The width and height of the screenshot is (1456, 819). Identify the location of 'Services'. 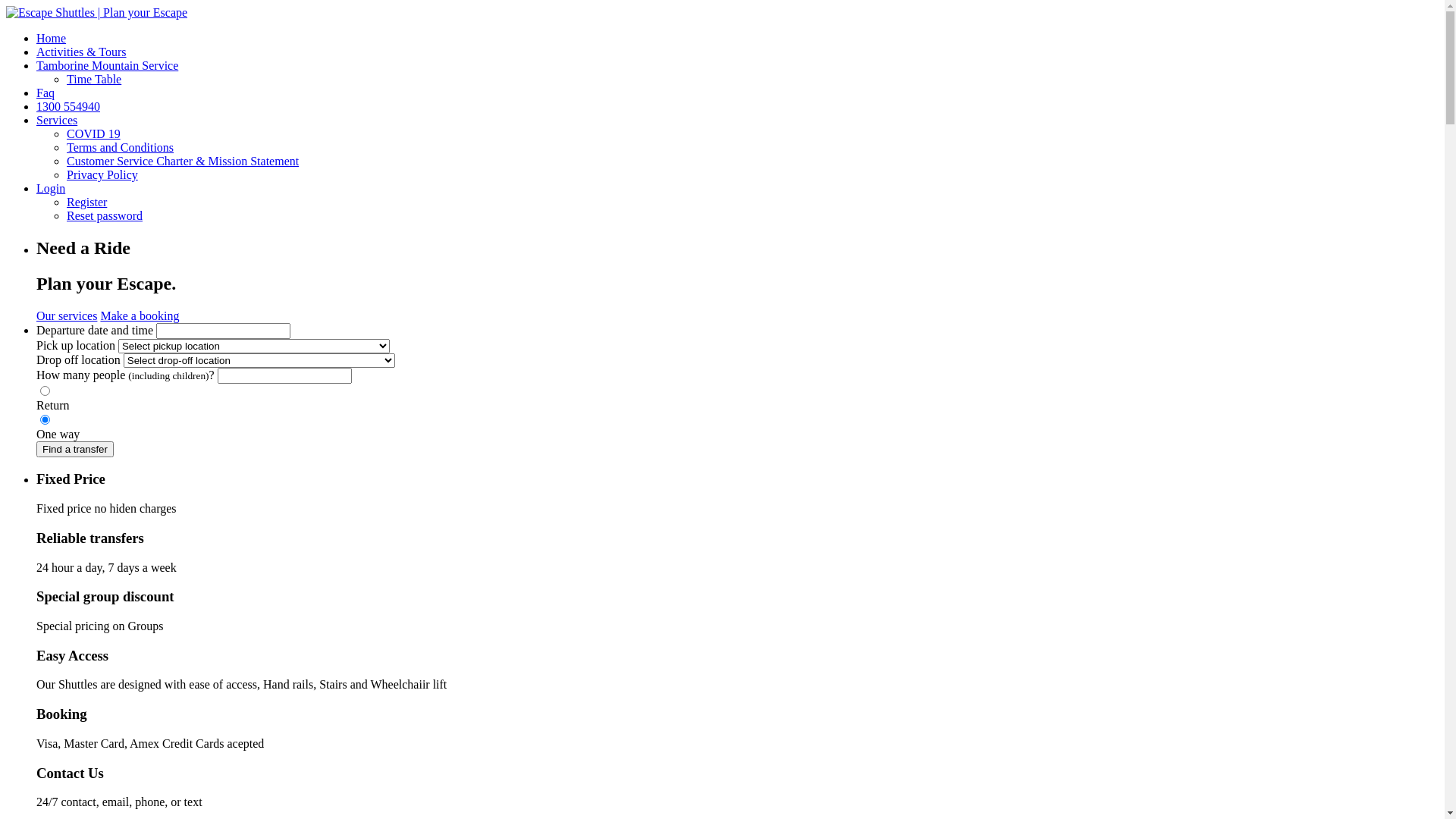
(36, 119).